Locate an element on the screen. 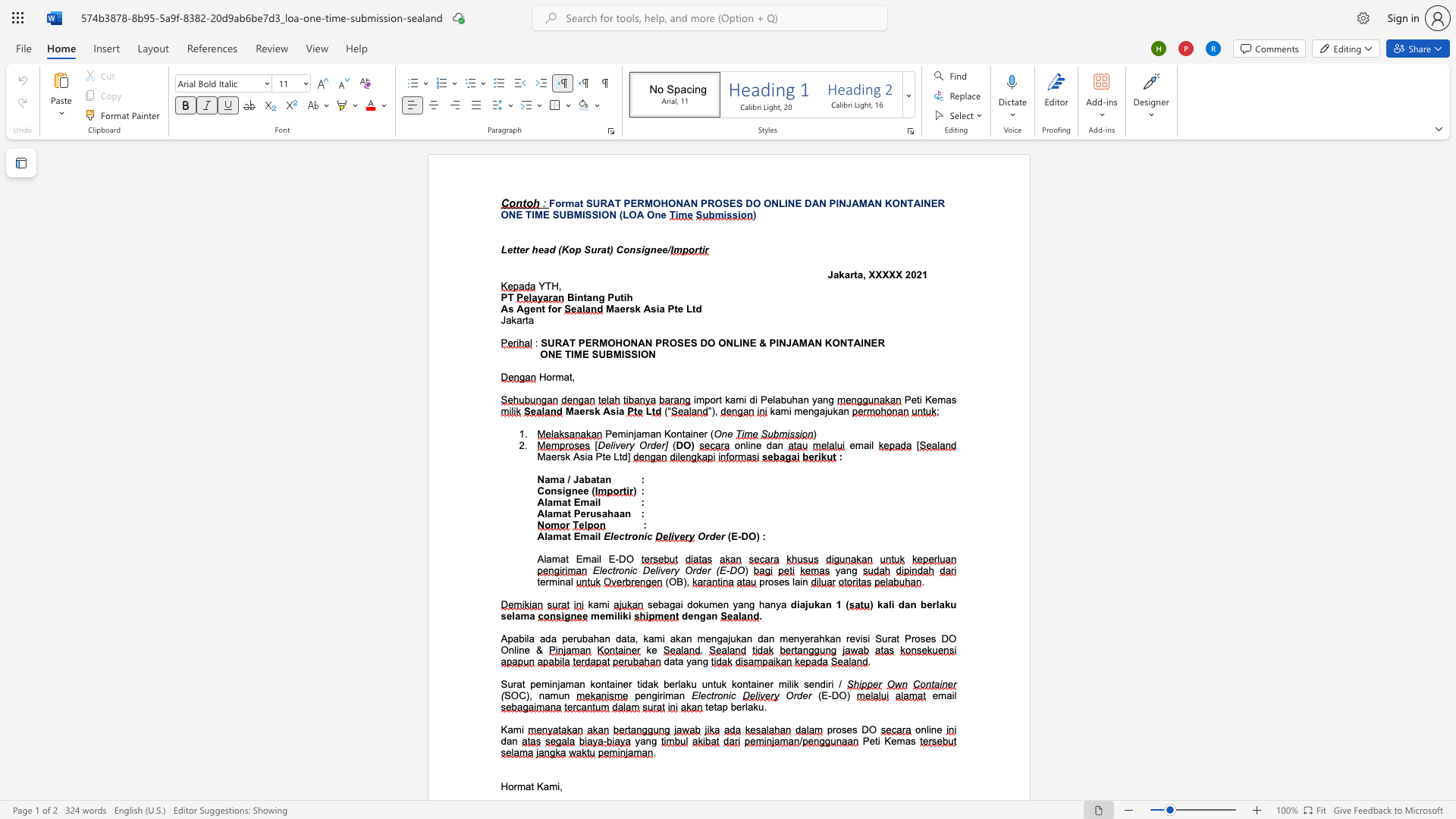 This screenshot has width=1456, height=819. the subset text "or" within the text "As Agent for" is located at coordinates (551, 308).